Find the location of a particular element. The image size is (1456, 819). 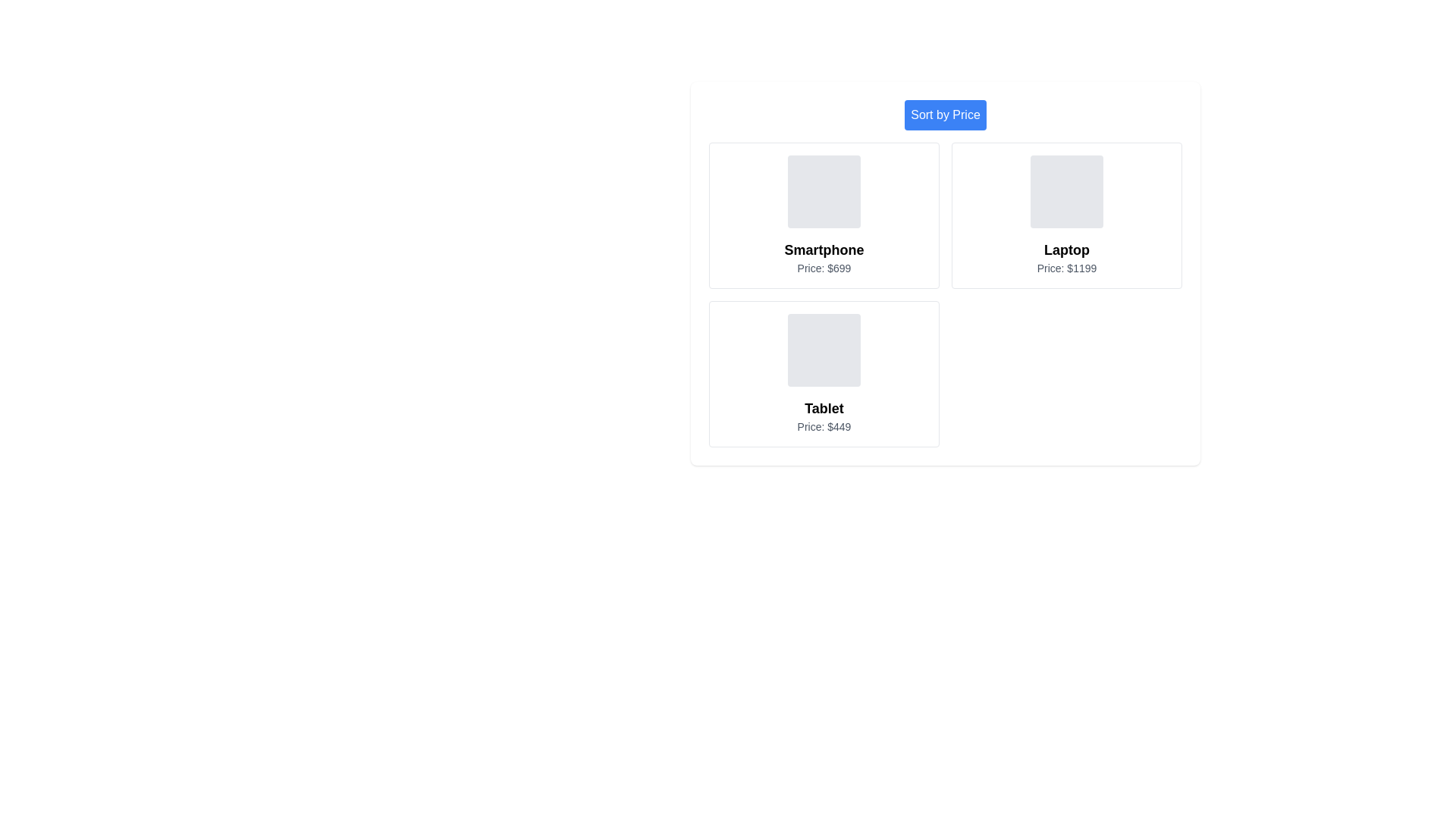

the product card for Tablet is located at coordinates (823, 374).